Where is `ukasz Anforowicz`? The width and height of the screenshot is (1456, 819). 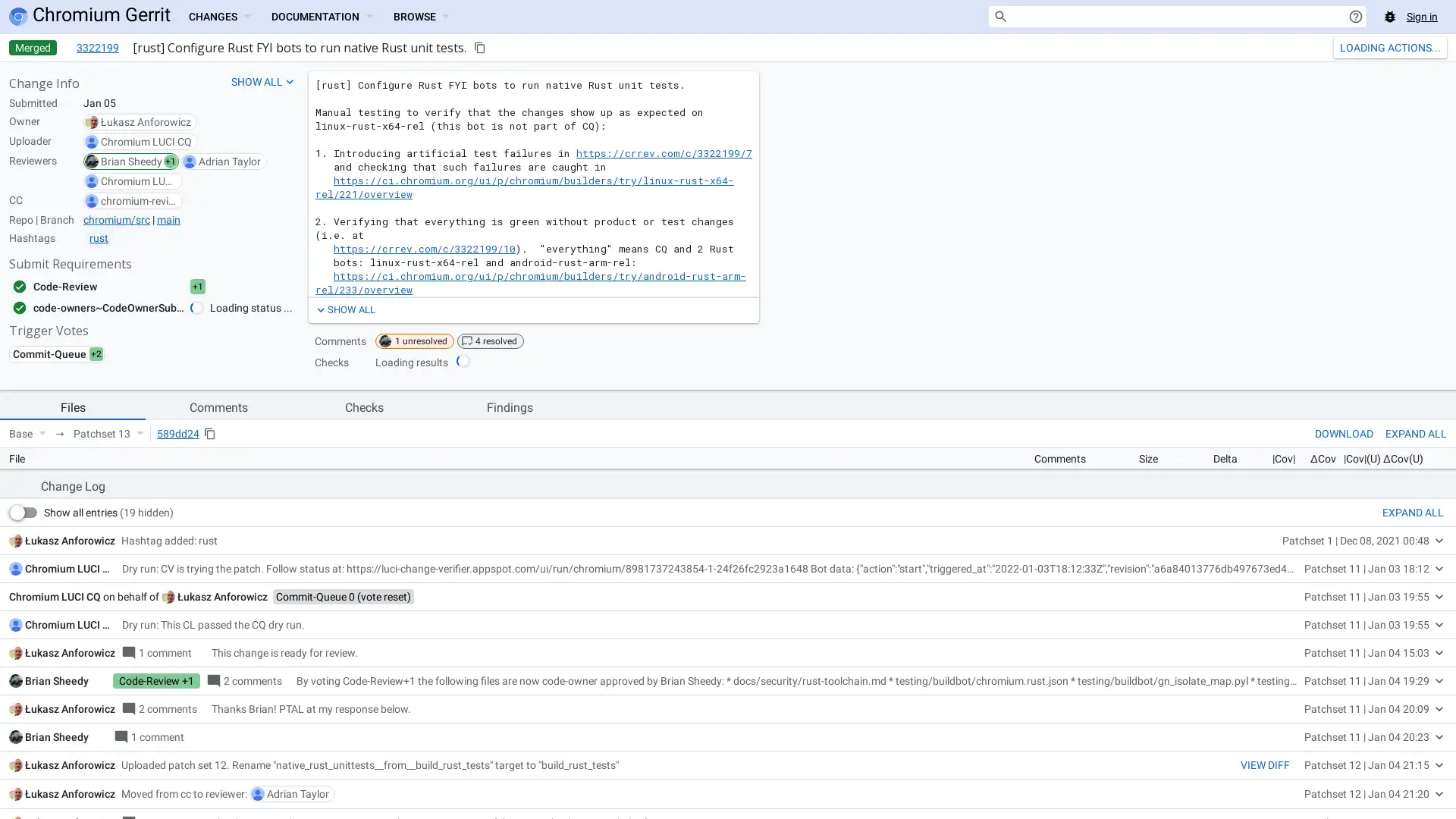 ukasz Anforowicz is located at coordinates (146, 121).